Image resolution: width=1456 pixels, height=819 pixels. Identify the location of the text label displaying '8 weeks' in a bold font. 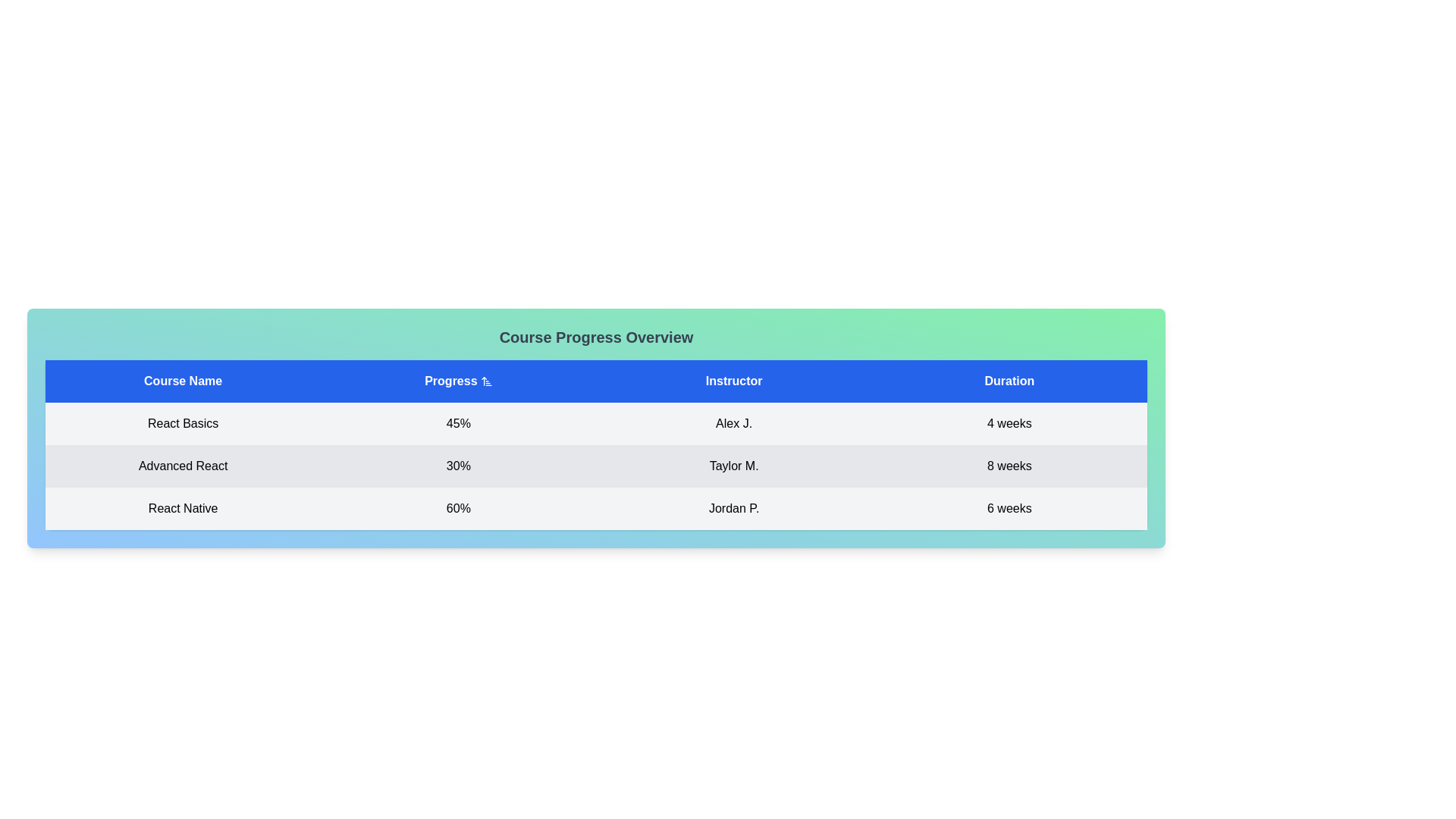
(1009, 465).